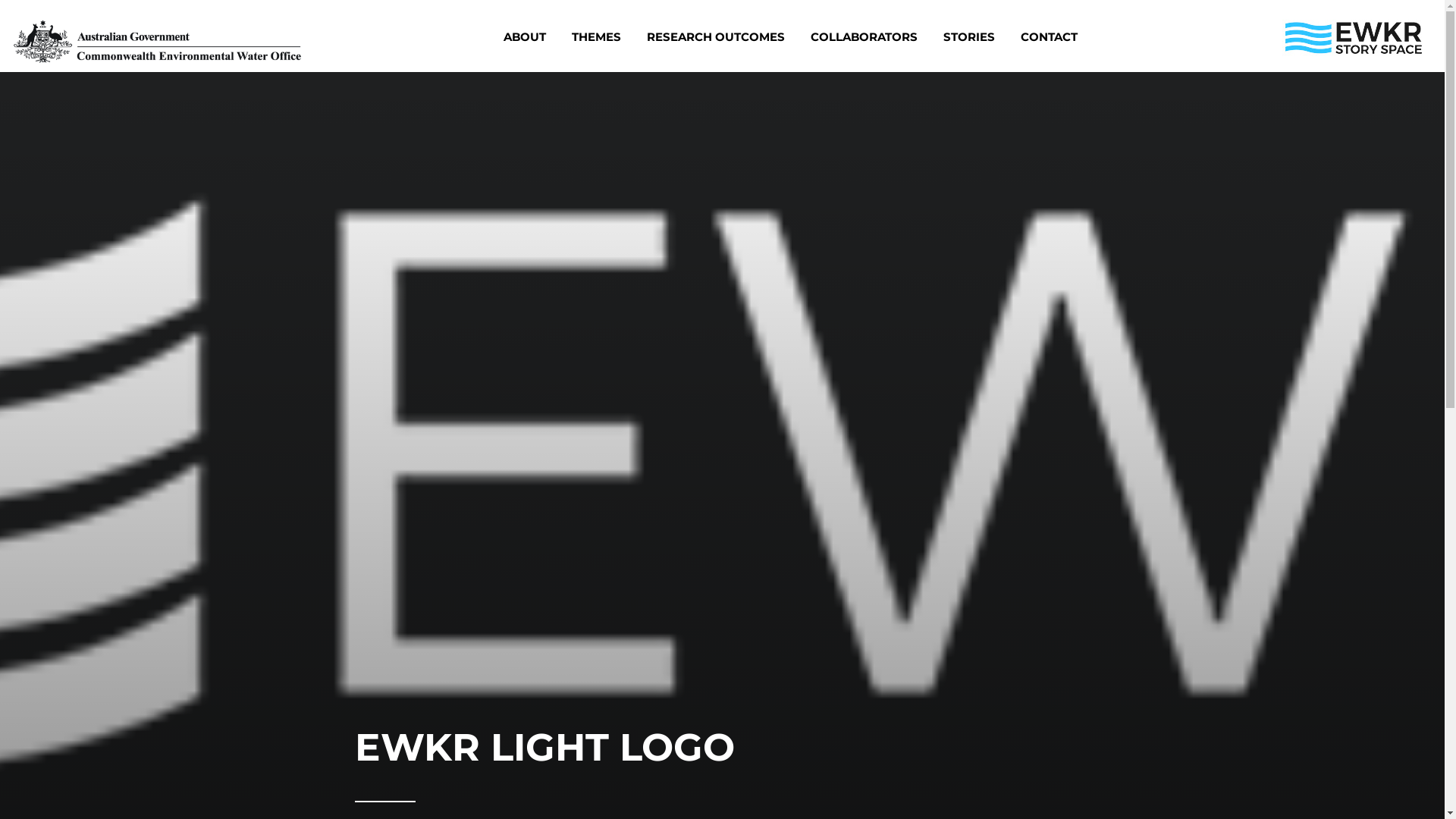 This screenshot has width=1456, height=819. What do you see at coordinates (715, 36) in the screenshot?
I see `'RESEARCH OUTCOMES'` at bounding box center [715, 36].